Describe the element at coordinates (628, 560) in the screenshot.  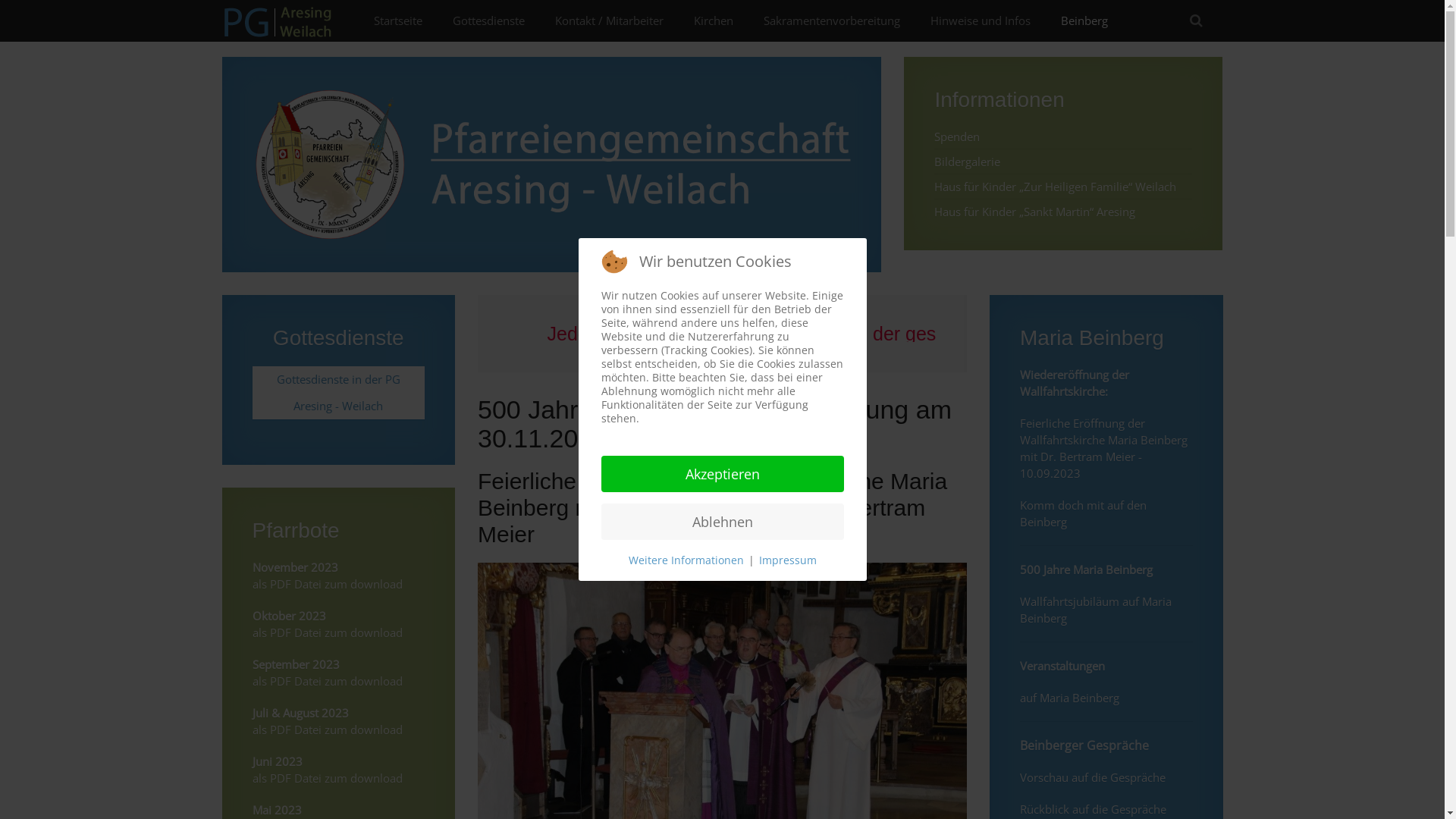
I see `'Weitere Informationen'` at that location.